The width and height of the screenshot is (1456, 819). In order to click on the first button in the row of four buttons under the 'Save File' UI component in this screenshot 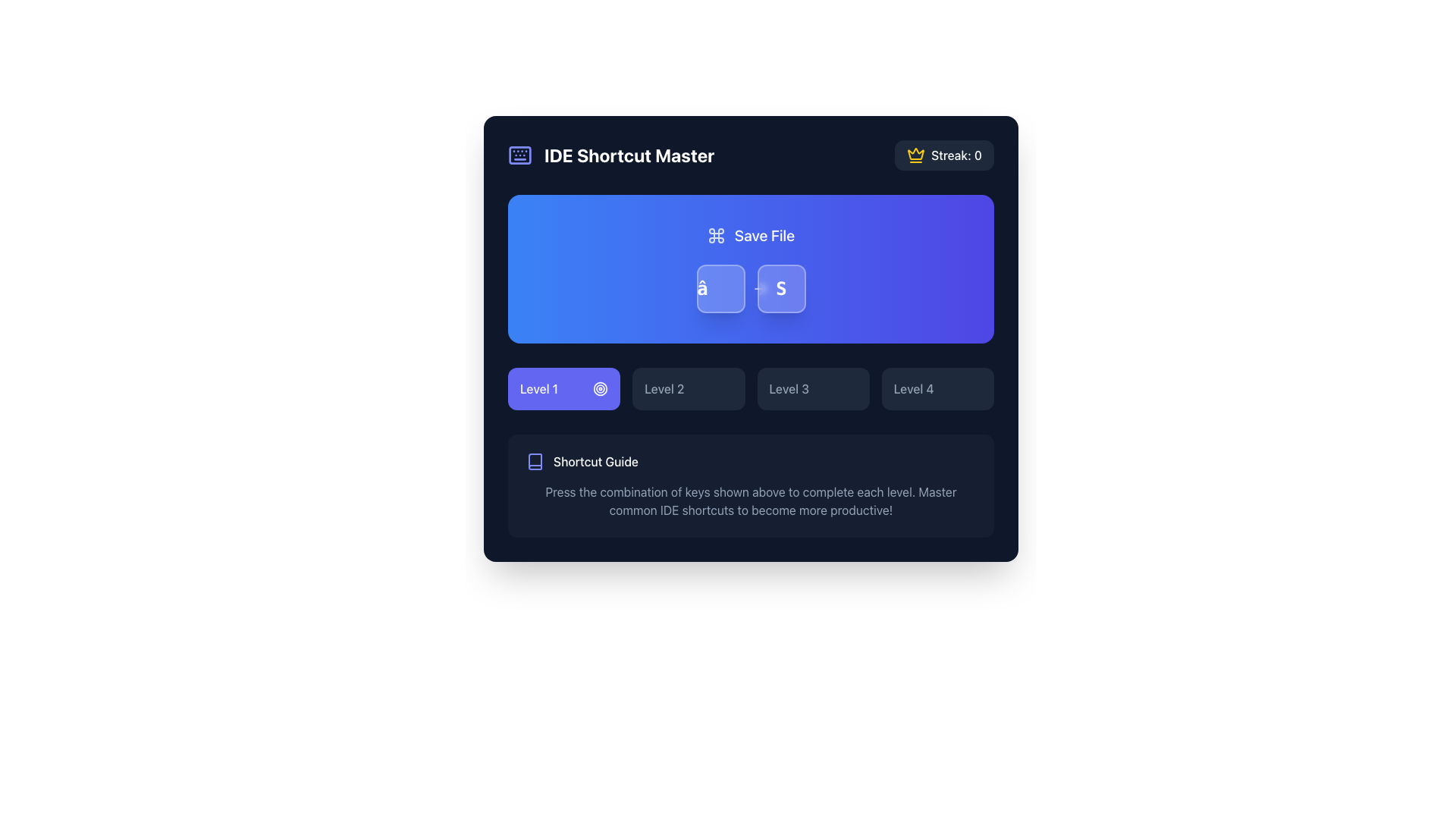, I will do `click(563, 388)`.